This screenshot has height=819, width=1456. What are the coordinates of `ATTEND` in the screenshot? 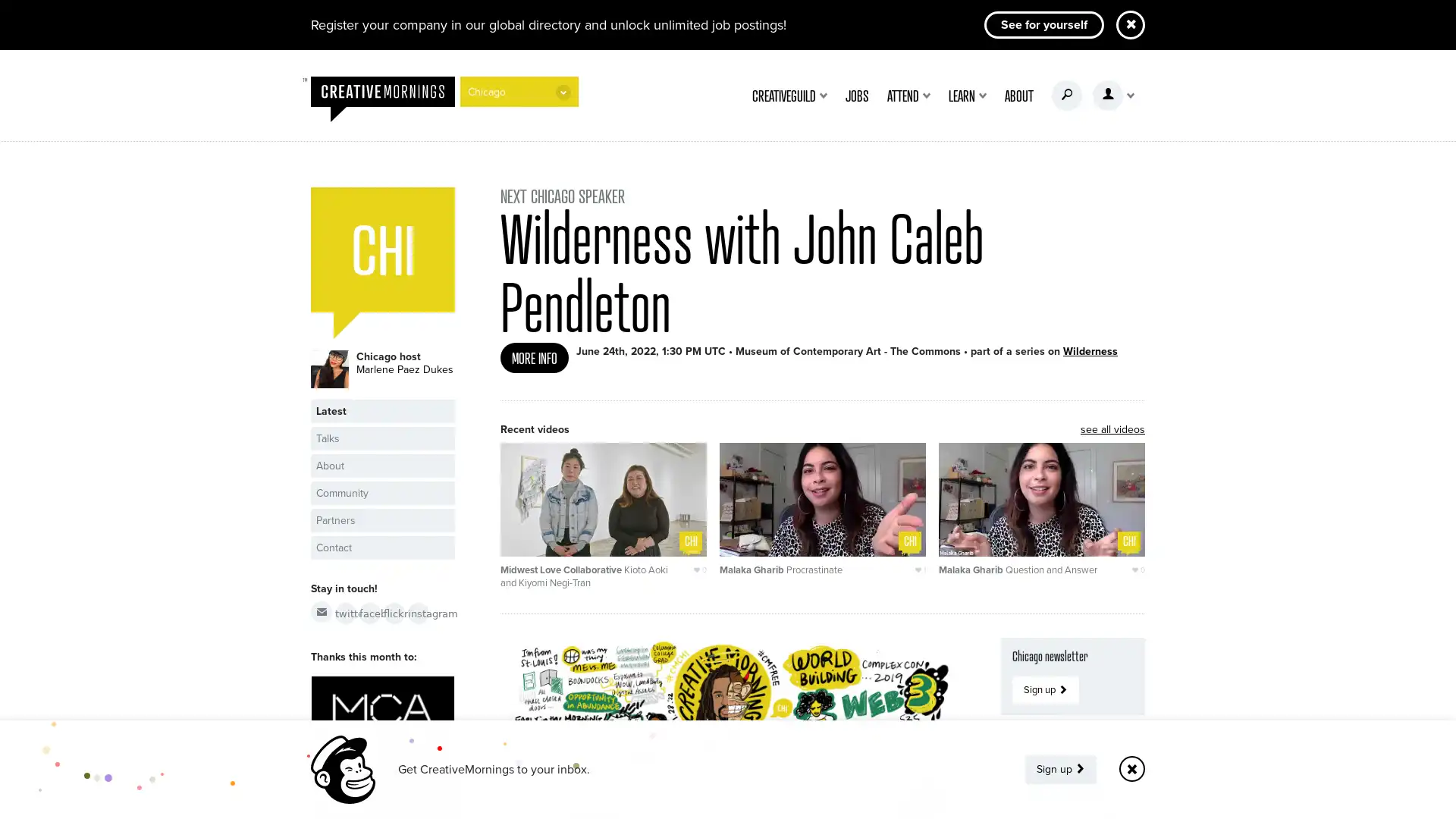 It's located at (908, 96).